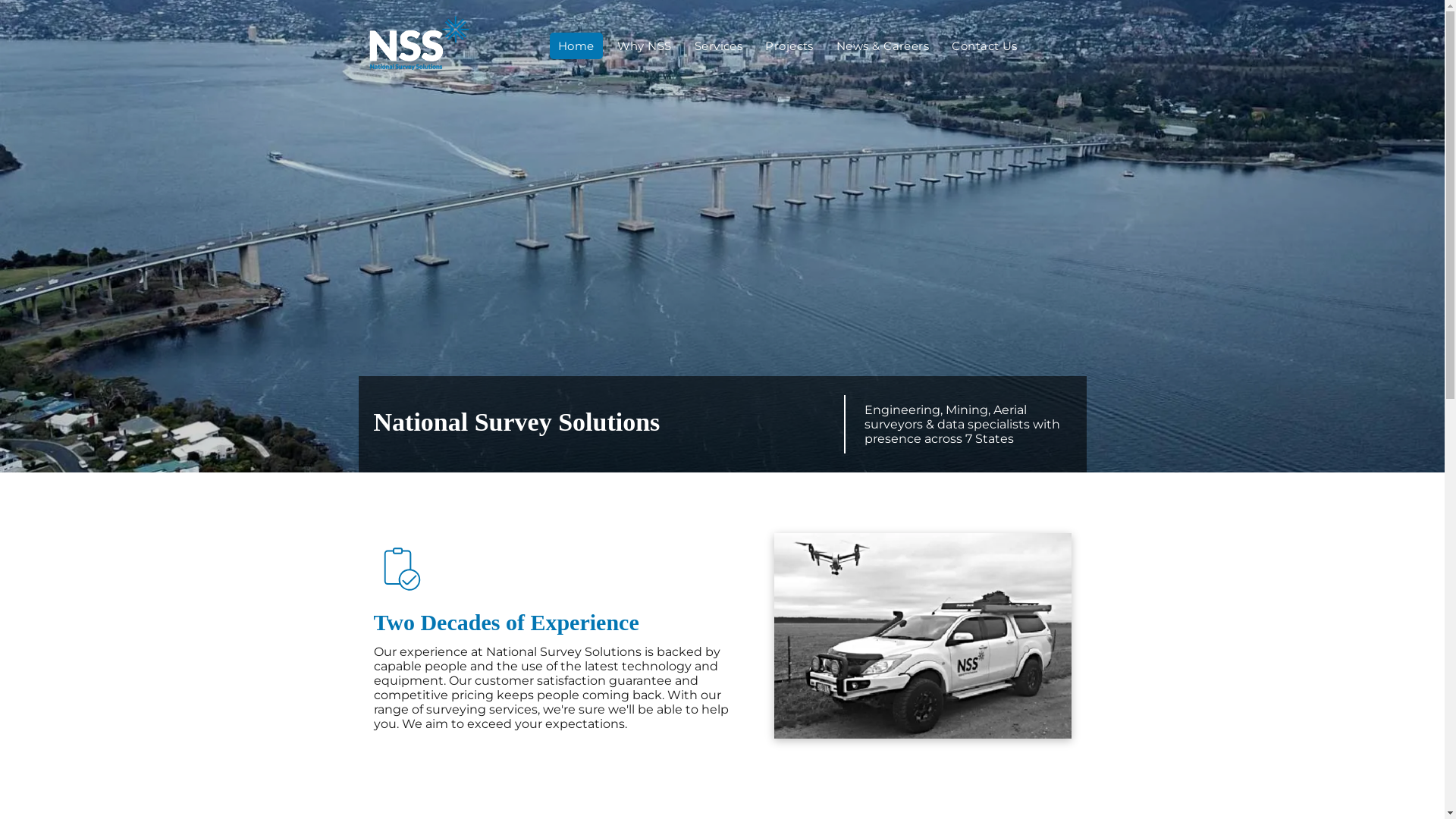  What do you see at coordinates (984, 45) in the screenshot?
I see `'Contact Us'` at bounding box center [984, 45].